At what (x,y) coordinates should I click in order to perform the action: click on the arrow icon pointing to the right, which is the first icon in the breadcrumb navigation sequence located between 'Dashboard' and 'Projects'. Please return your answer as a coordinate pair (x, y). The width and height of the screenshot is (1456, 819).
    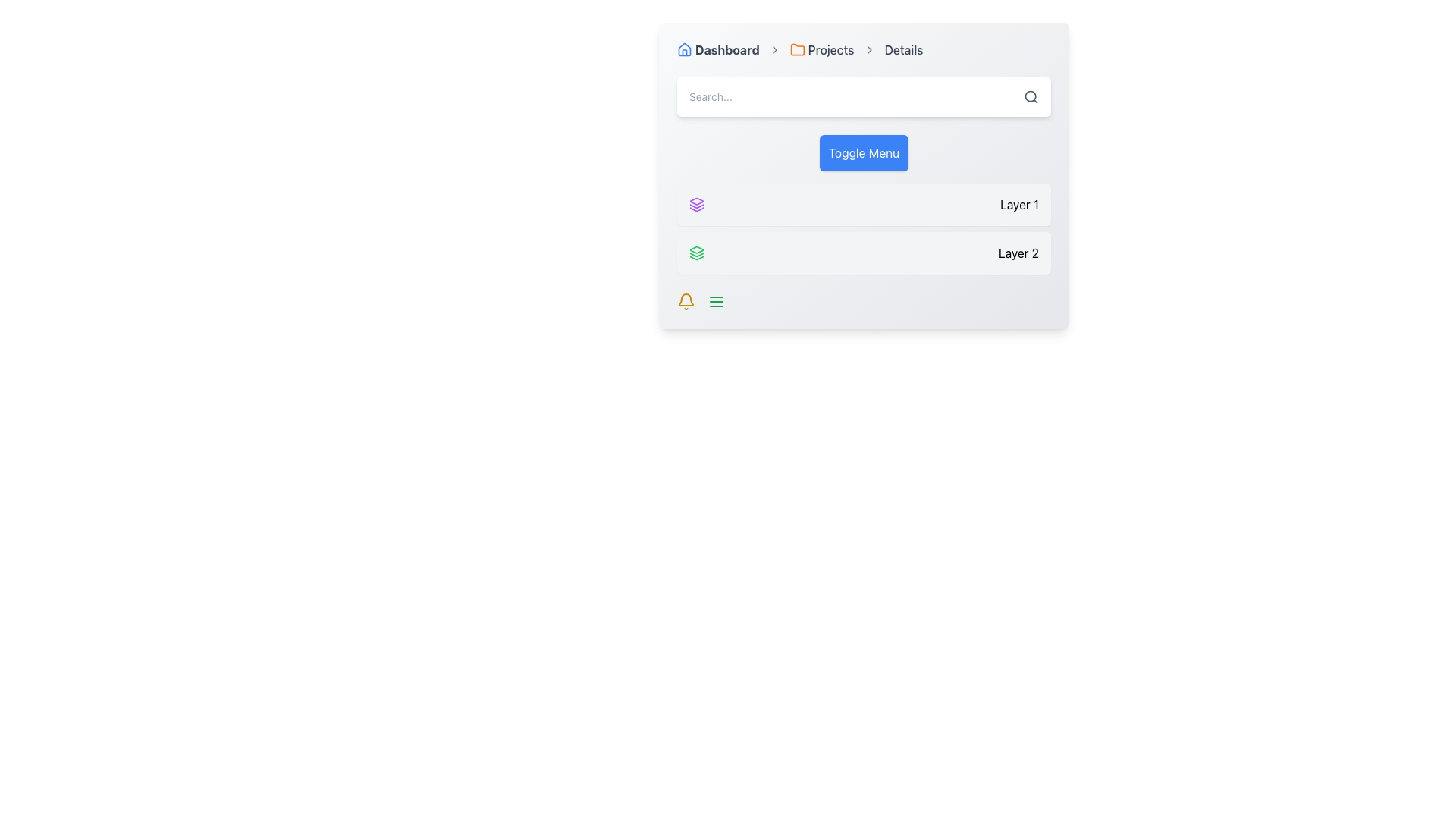
    Looking at the image, I should click on (774, 49).